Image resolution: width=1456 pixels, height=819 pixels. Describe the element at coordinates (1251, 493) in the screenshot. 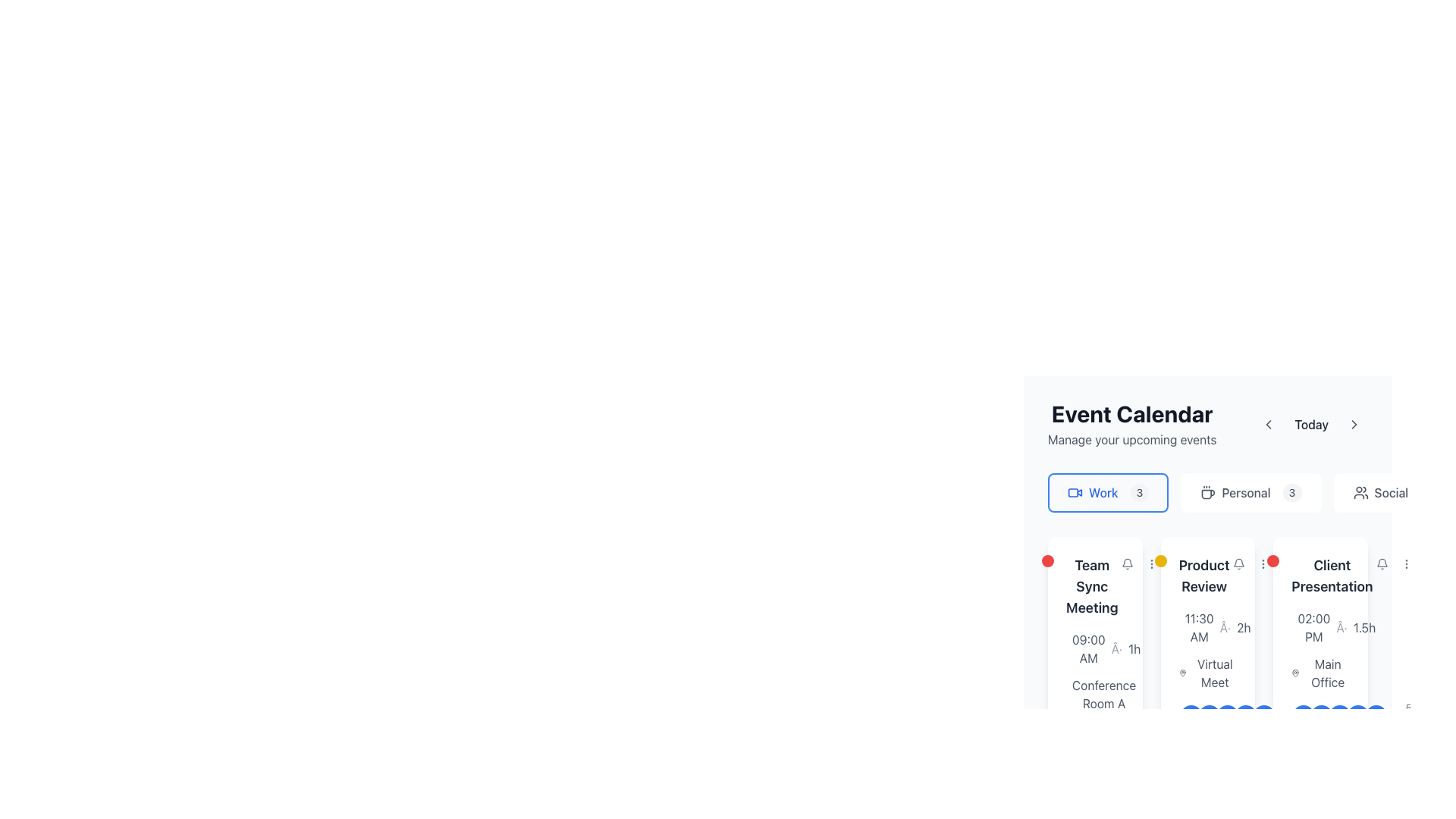

I see `the 'Personal' filter button` at that location.